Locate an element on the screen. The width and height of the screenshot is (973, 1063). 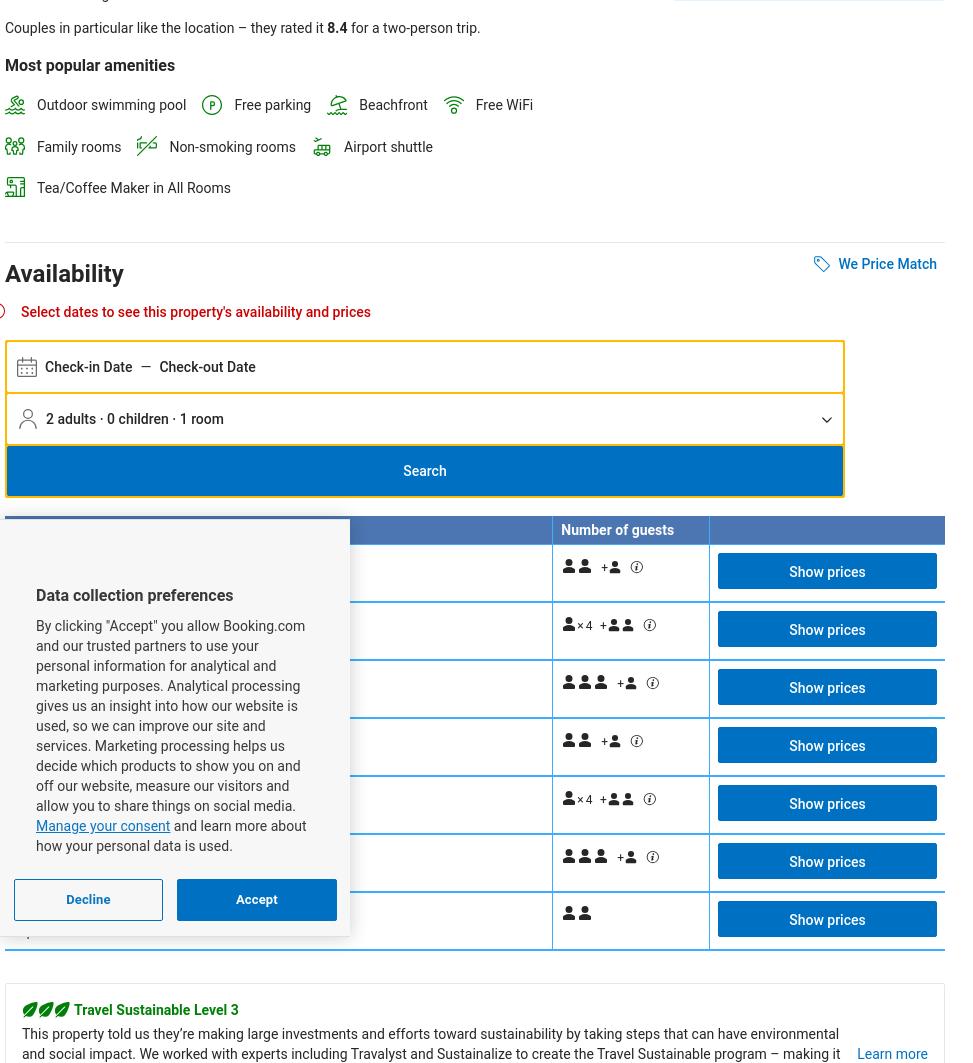
'Suite Executive Double Room' is located at coordinates (113, 851).